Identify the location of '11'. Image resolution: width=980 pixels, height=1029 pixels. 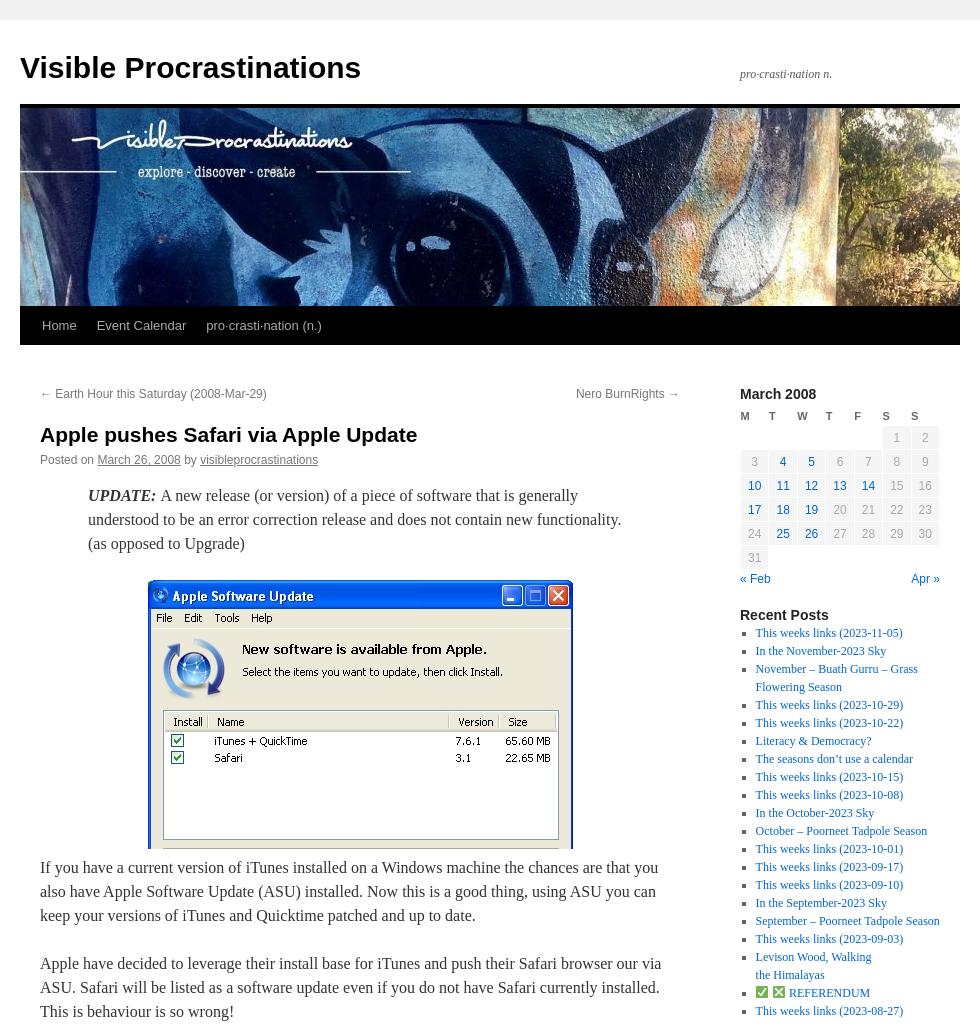
(782, 485).